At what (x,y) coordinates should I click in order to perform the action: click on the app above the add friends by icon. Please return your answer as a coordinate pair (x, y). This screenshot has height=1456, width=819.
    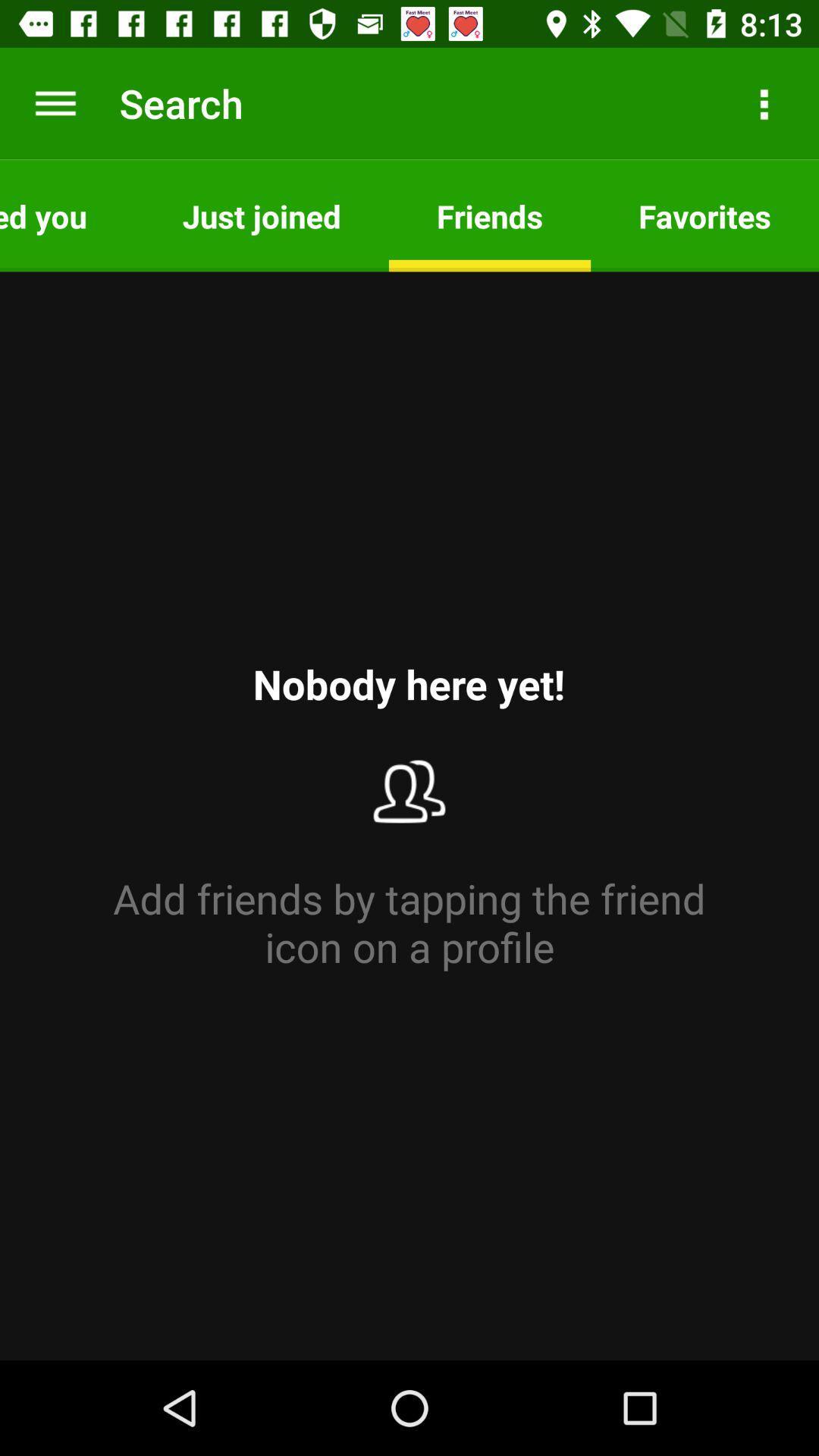
    Looking at the image, I should click on (66, 215).